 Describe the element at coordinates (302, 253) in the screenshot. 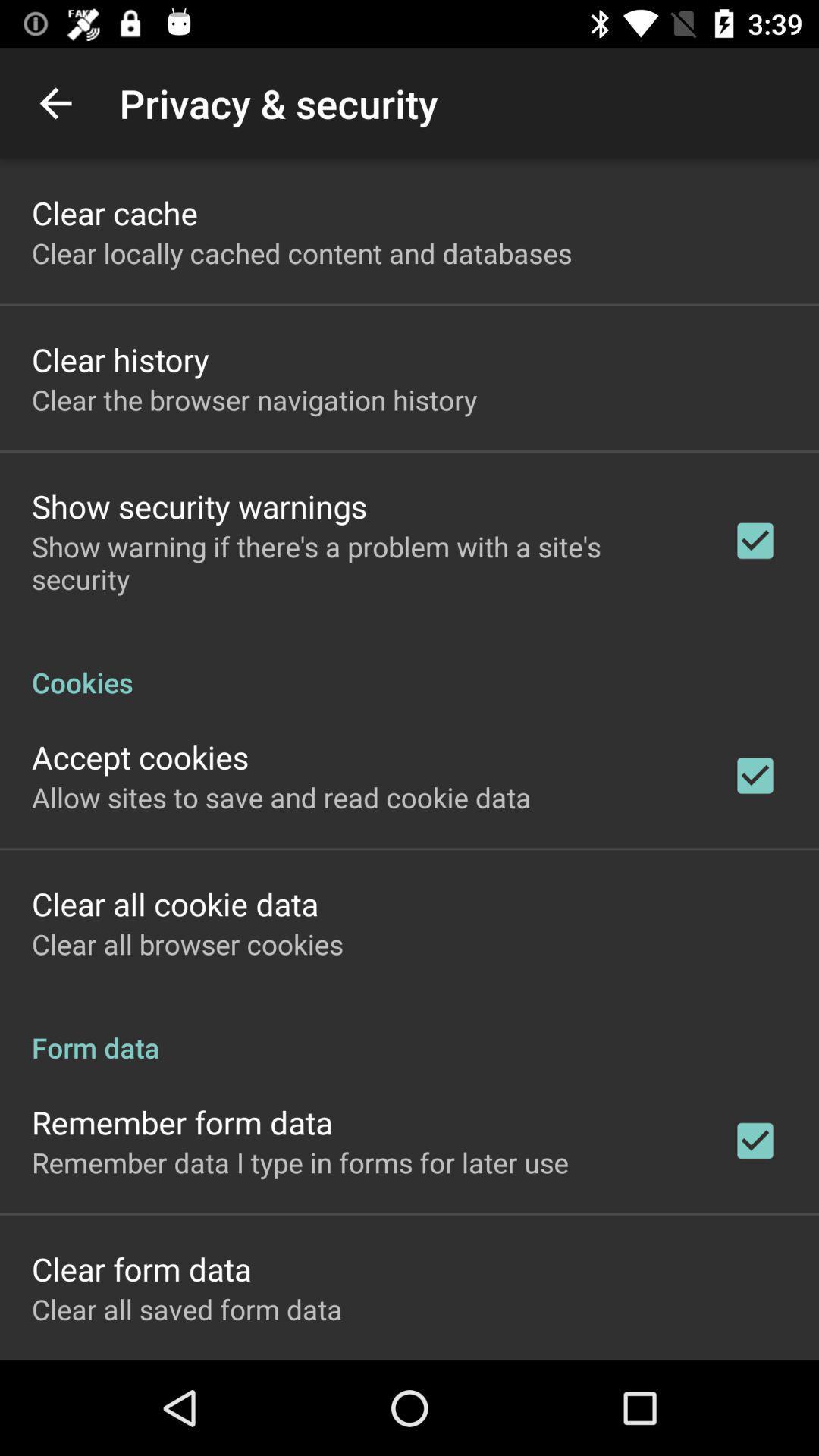

I see `the app below clear cache icon` at that location.